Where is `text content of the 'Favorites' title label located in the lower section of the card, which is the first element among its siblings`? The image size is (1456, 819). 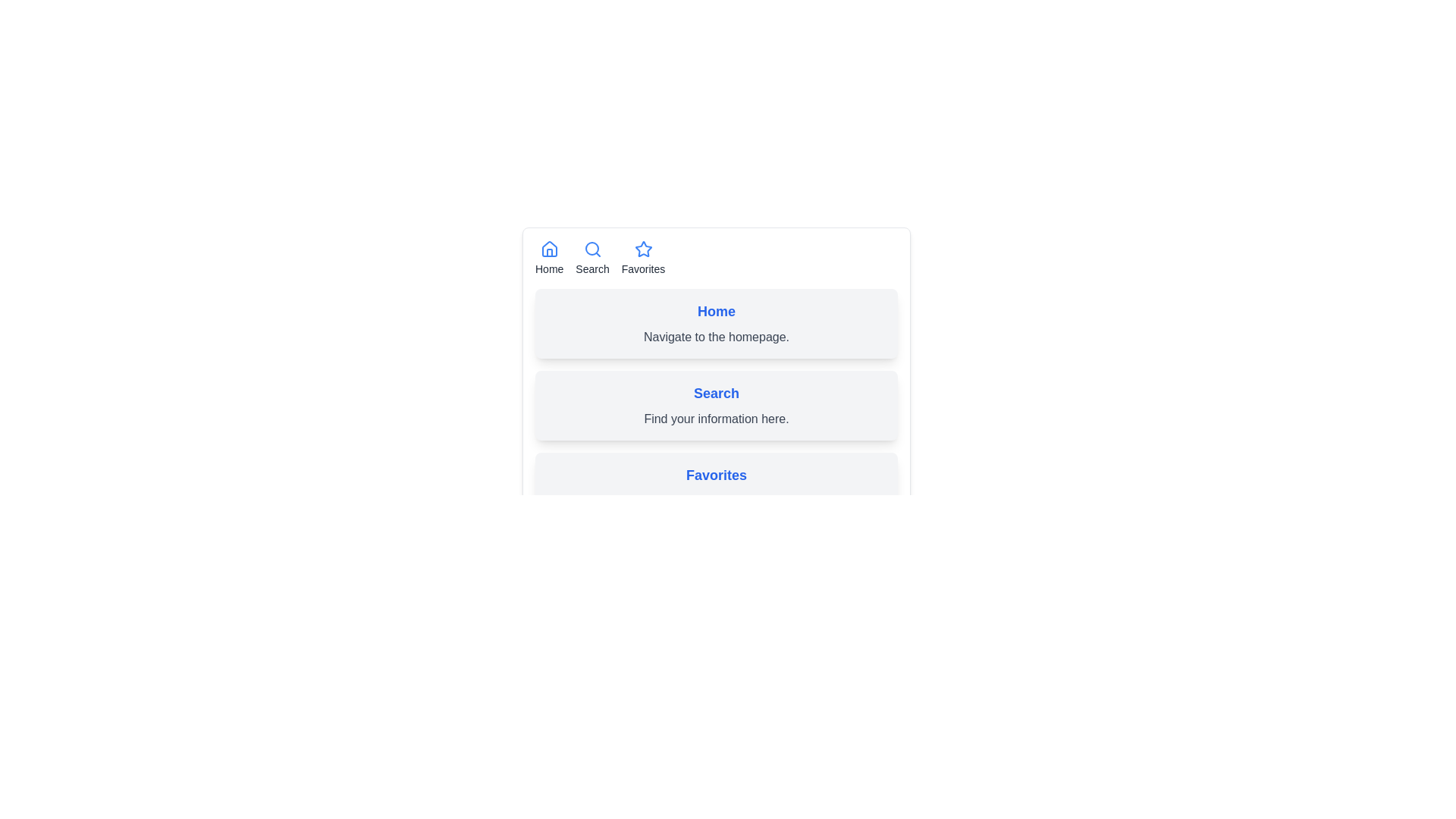
text content of the 'Favorites' title label located in the lower section of the card, which is the first element among its siblings is located at coordinates (716, 475).